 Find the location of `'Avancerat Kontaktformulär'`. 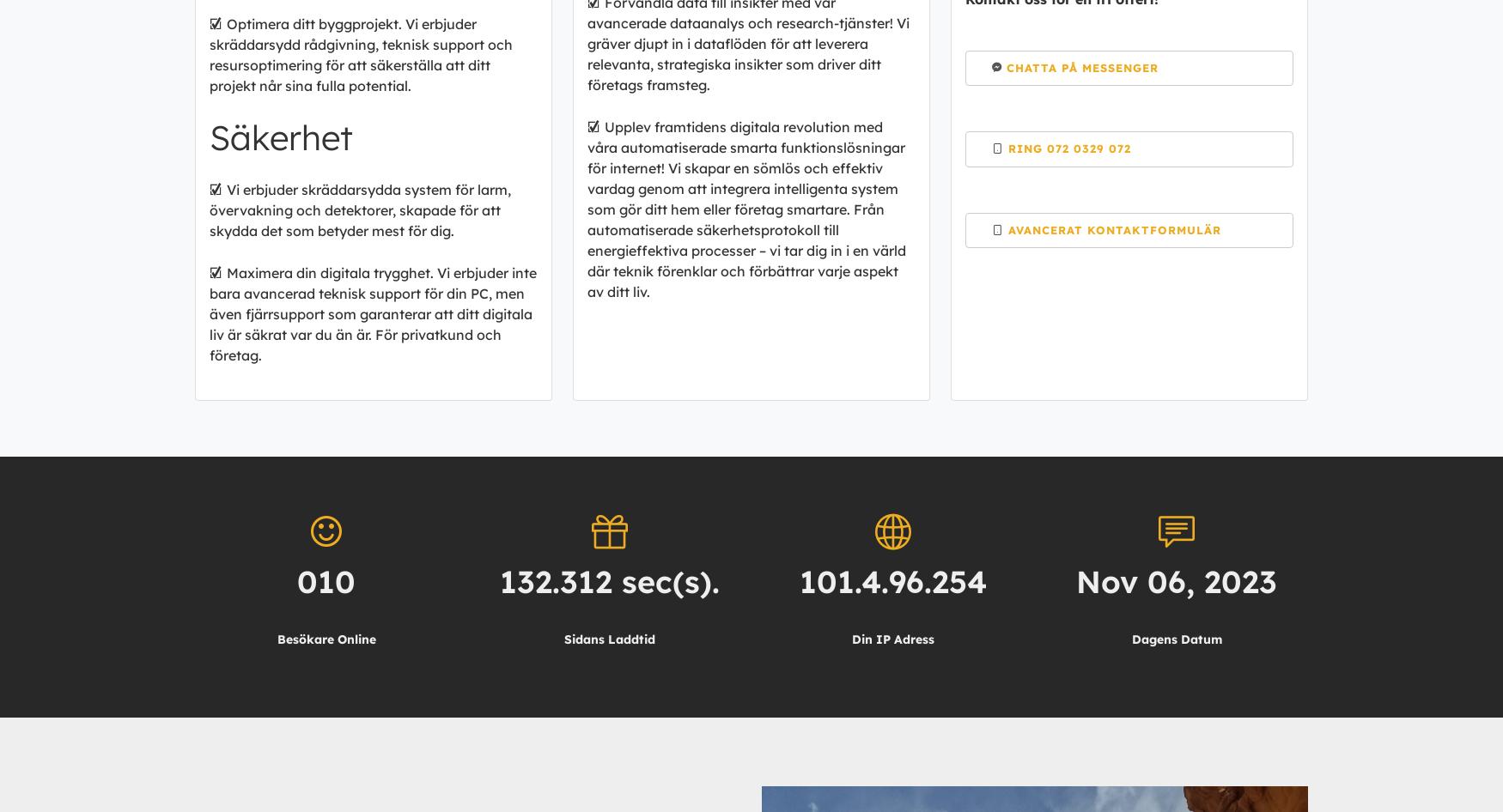

'Avancerat Kontaktformulär' is located at coordinates (1113, 227).